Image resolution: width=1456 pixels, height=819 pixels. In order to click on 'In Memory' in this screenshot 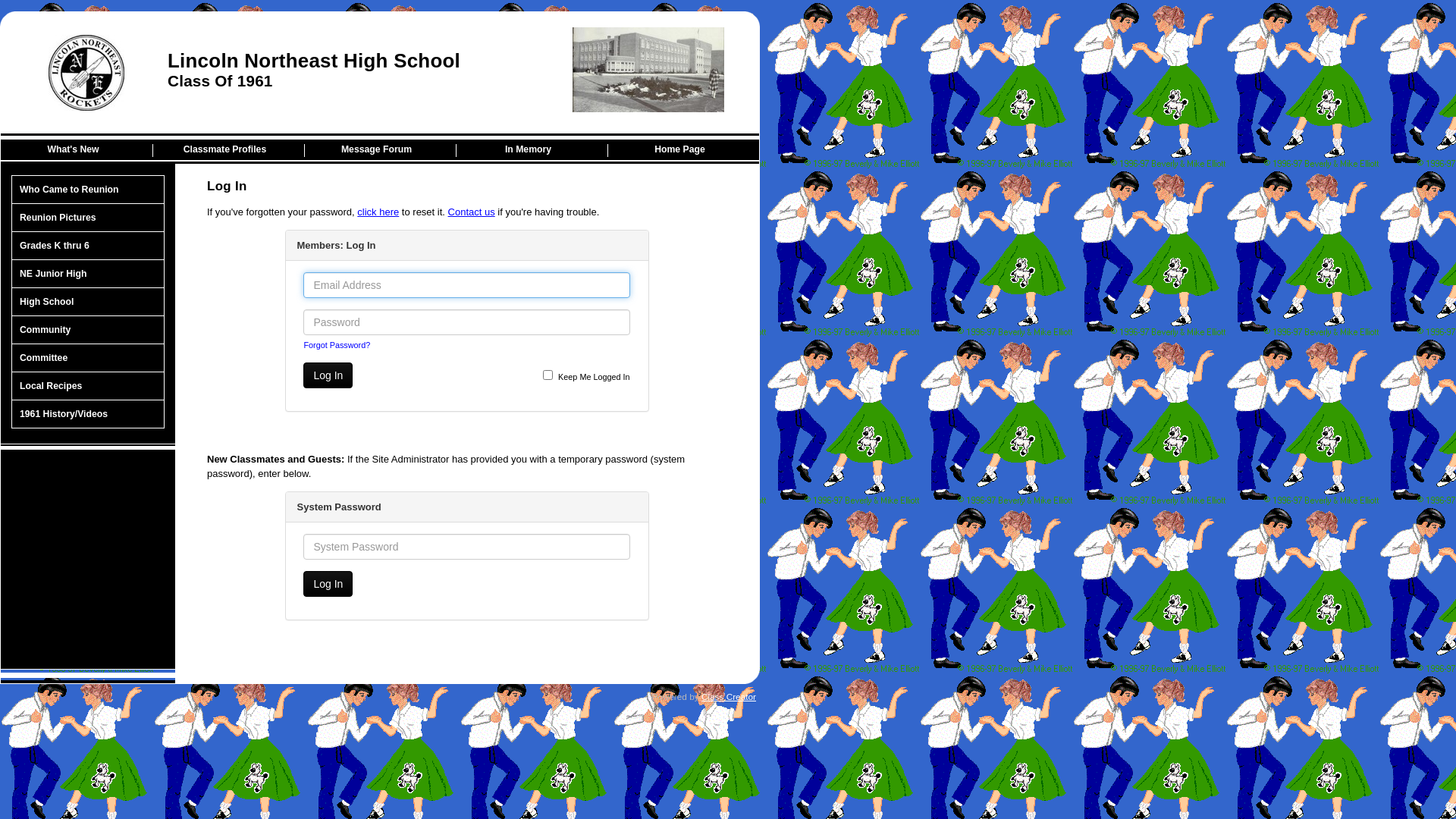, I will do `click(532, 149)`.